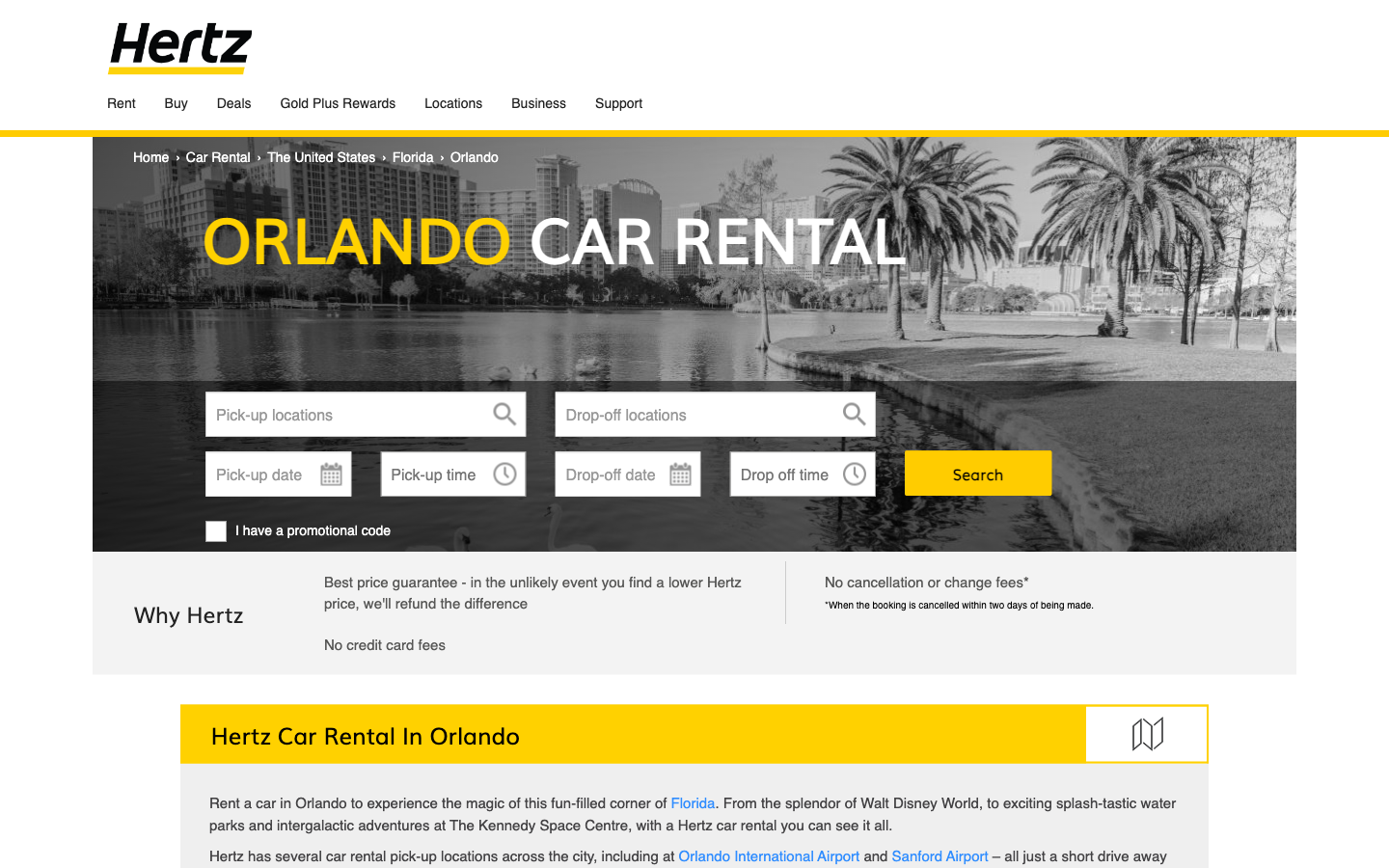 This screenshot has width=1389, height=868. I want to click on Enter the pick-up and drop-off date, so click(277, 473).